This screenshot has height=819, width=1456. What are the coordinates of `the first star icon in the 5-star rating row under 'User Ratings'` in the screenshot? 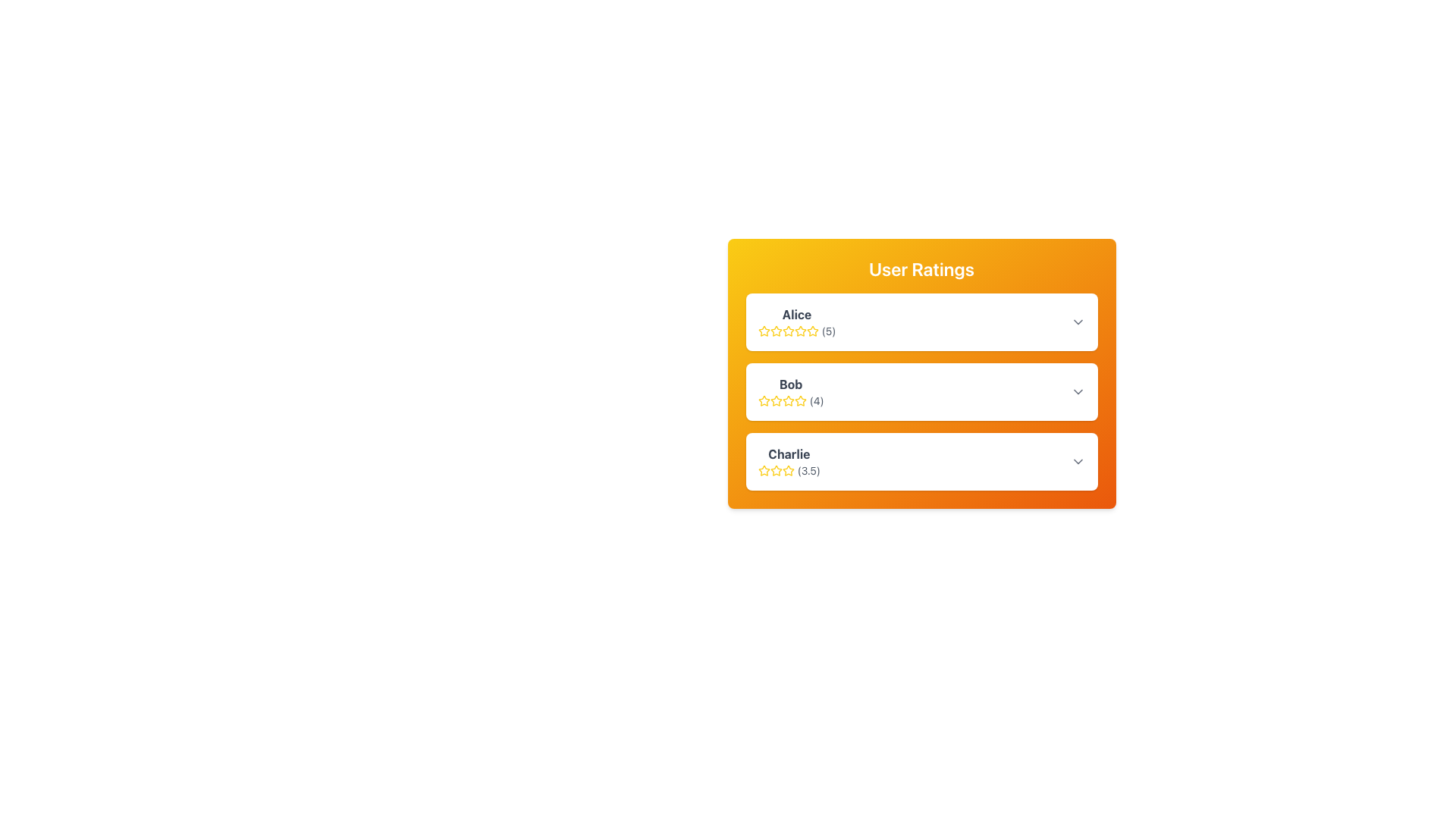 It's located at (776, 469).